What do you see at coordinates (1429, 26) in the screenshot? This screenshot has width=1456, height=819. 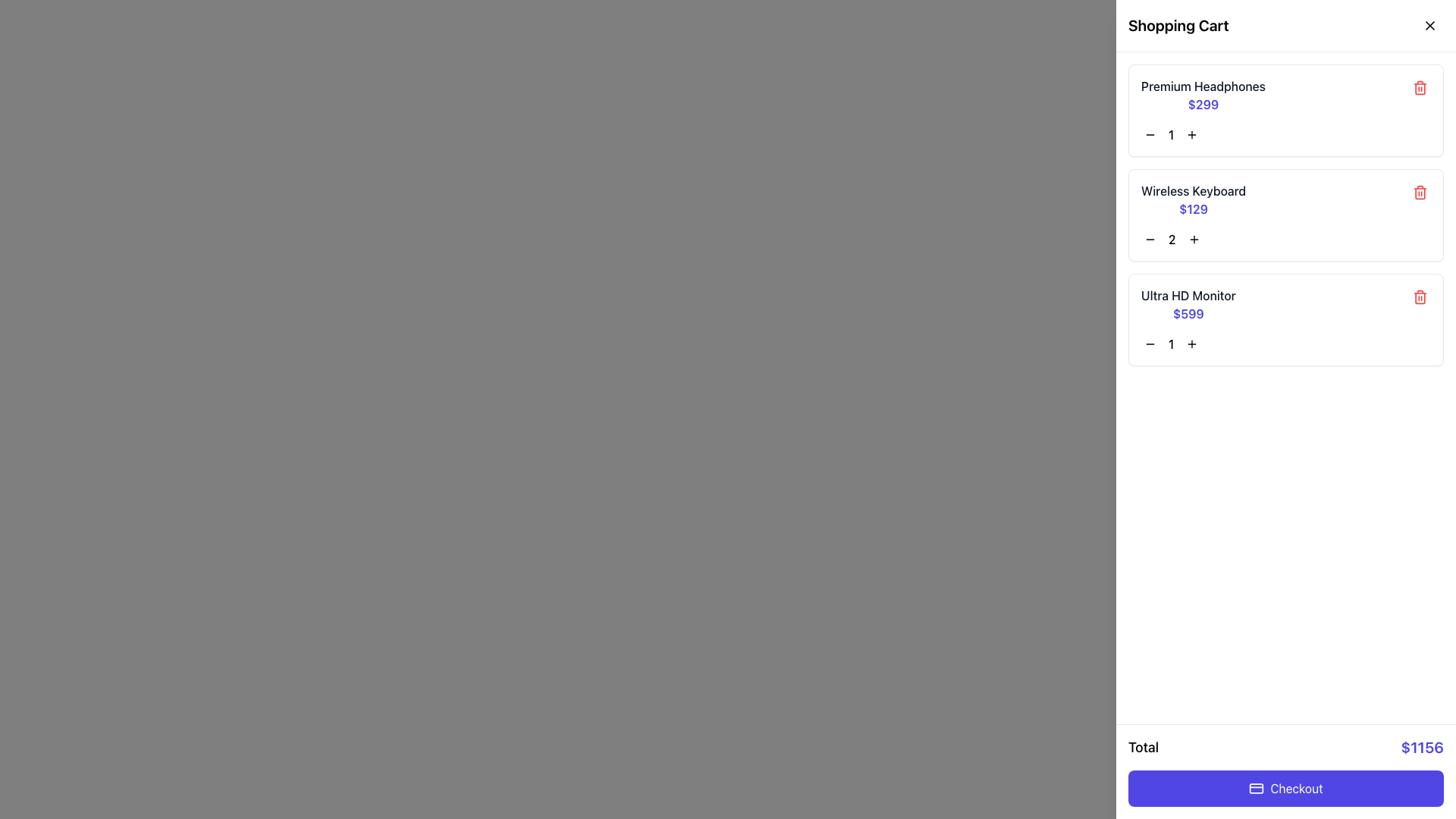 I see `the 'X' icon in the top-right corner of the 'Shopping Cart' interface` at bounding box center [1429, 26].